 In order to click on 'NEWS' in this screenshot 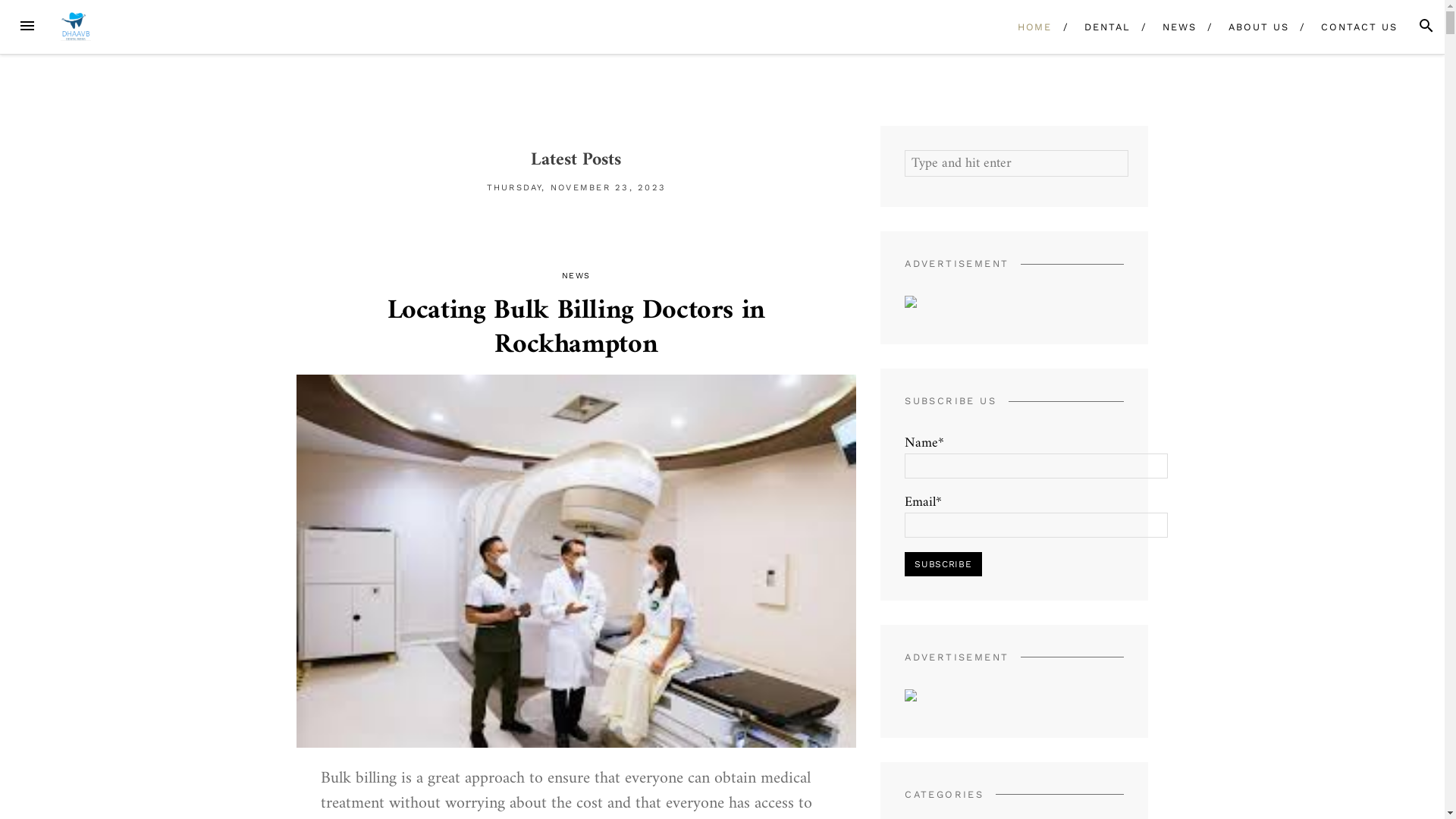, I will do `click(575, 275)`.